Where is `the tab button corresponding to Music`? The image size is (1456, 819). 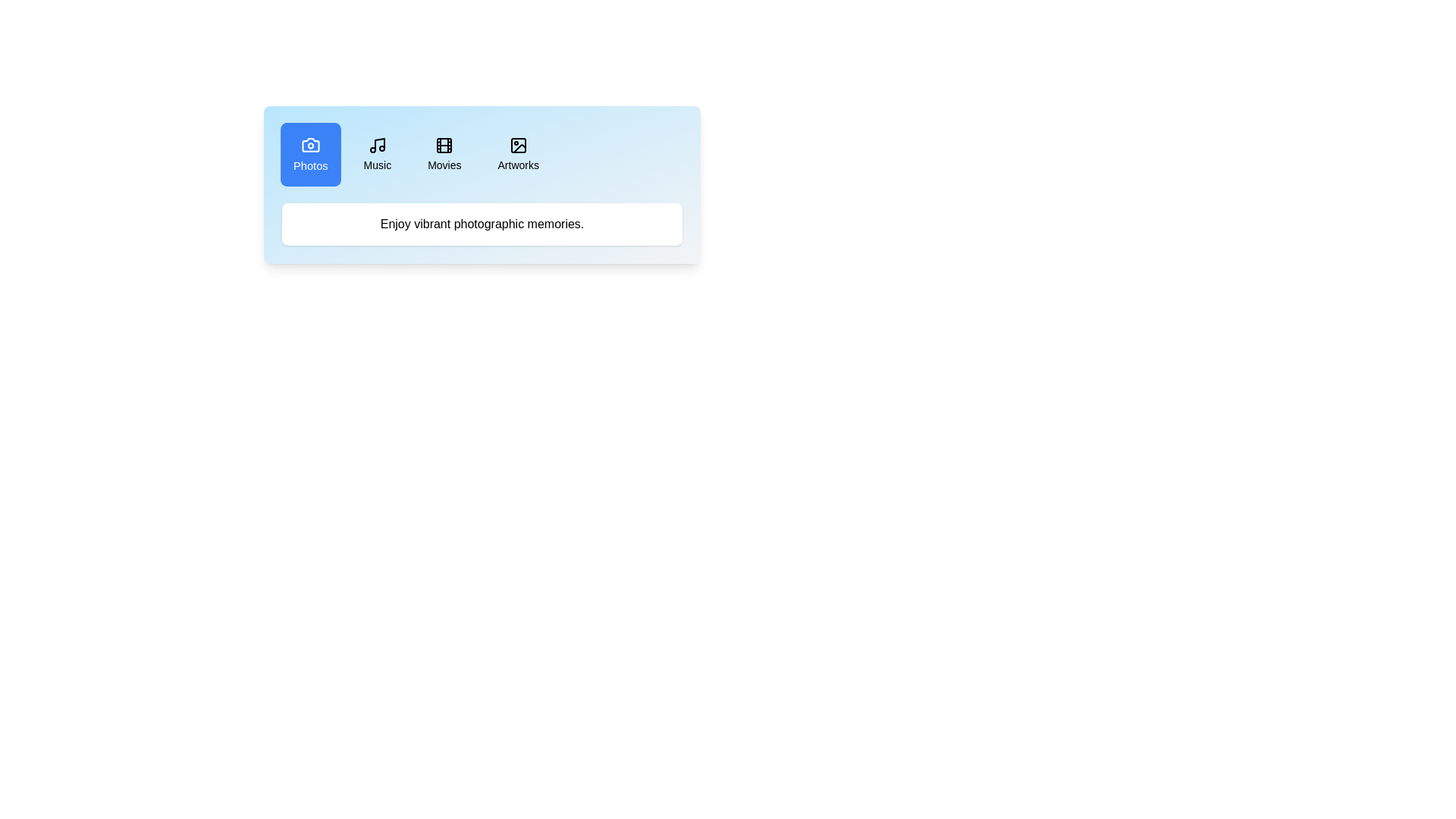
the tab button corresponding to Music is located at coordinates (377, 155).